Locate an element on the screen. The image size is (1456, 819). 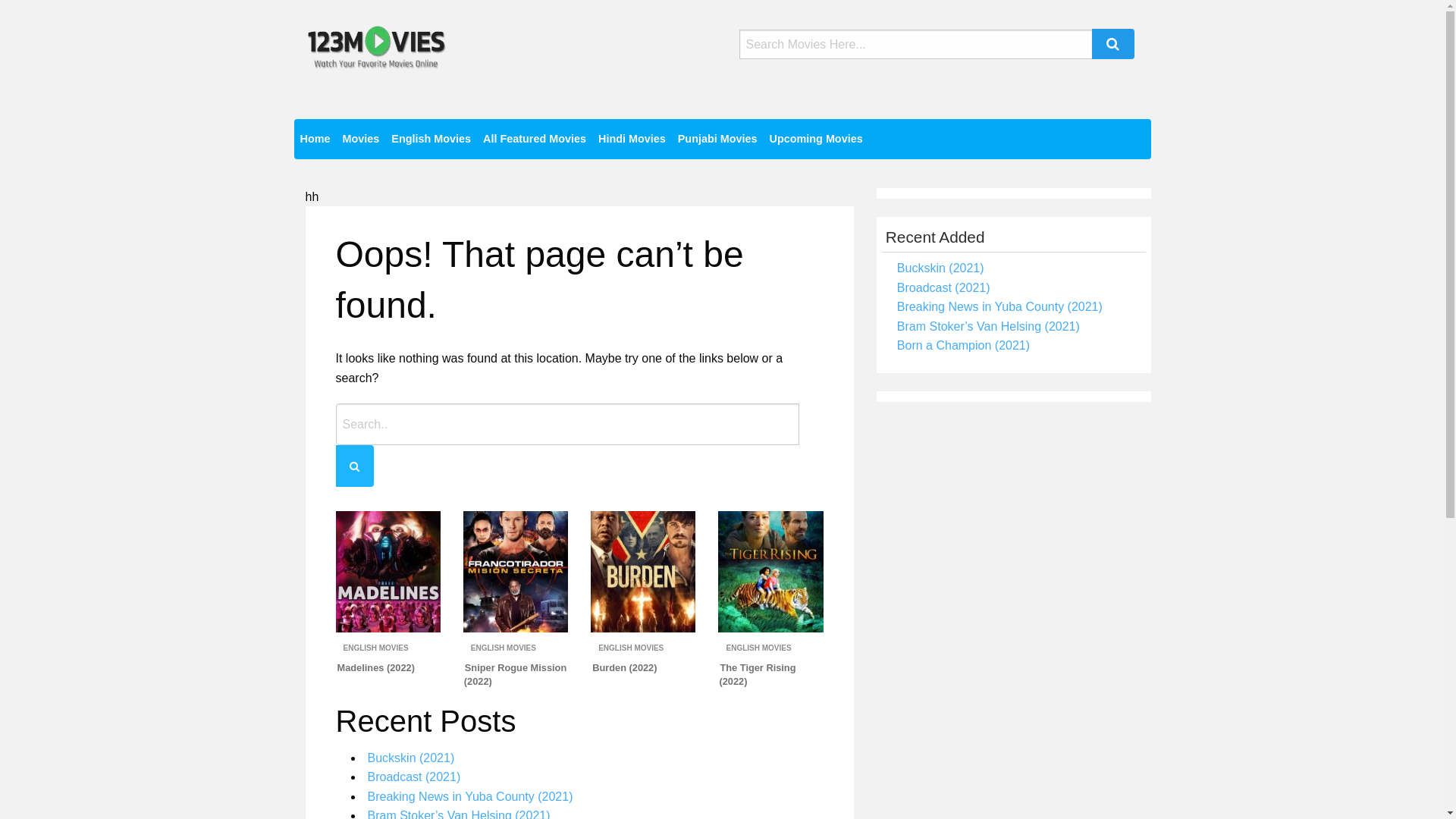
'Buckskin (2021)' is located at coordinates (410, 758).